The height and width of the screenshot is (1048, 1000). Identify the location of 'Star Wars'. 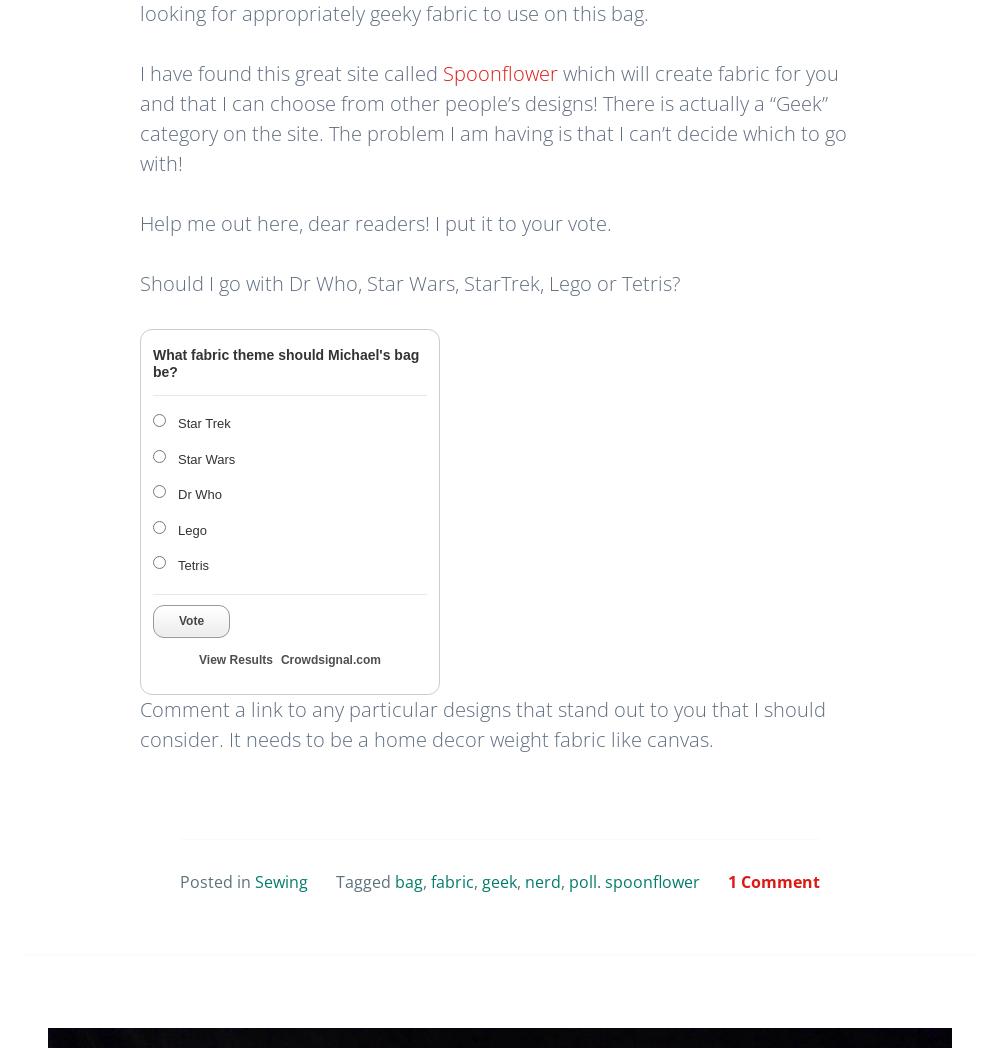
(205, 457).